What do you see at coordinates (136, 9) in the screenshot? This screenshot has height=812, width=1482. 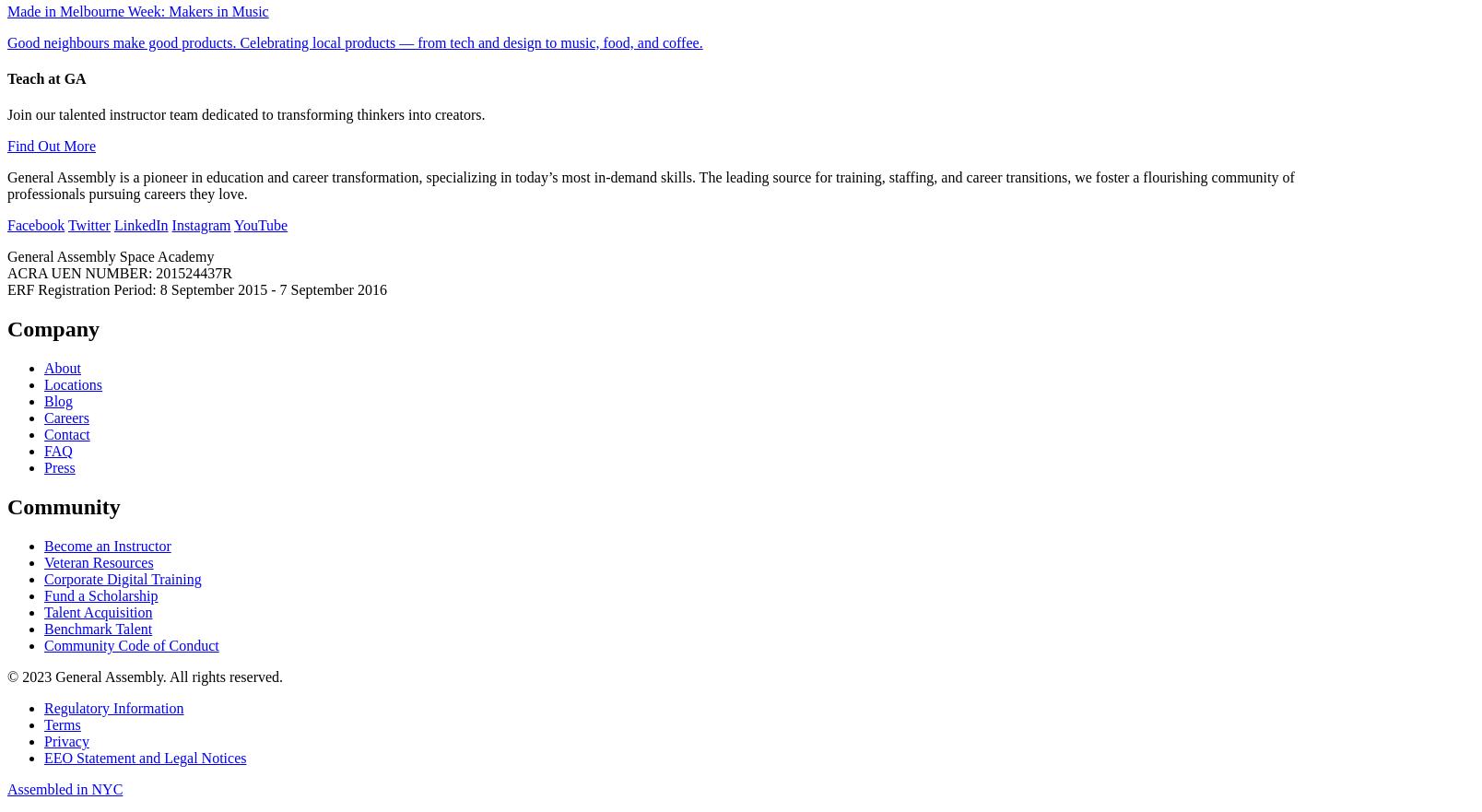 I see `'Made in Melbourne Week: Makers in Music'` at bounding box center [136, 9].